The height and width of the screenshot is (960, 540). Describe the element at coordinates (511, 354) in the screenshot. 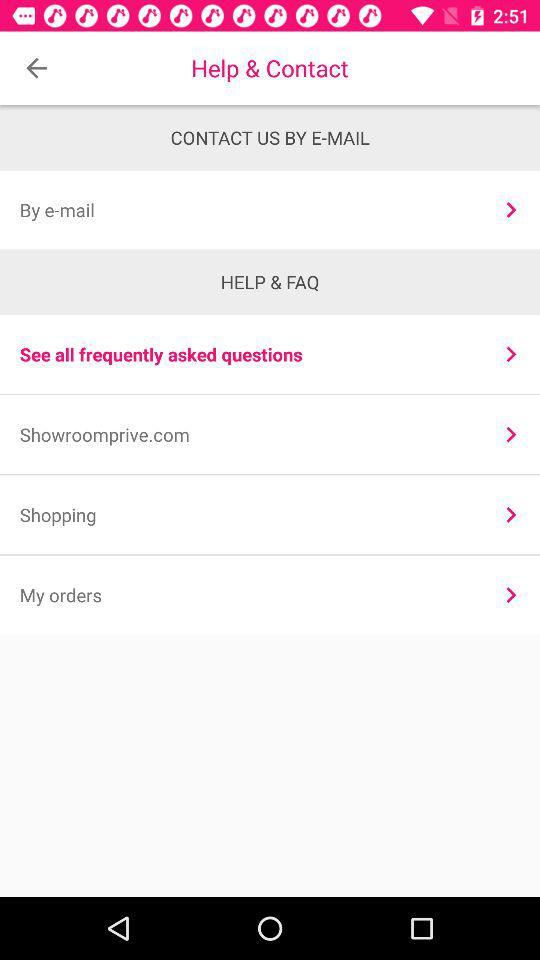

I see `icon to the right of see all frequently icon` at that location.